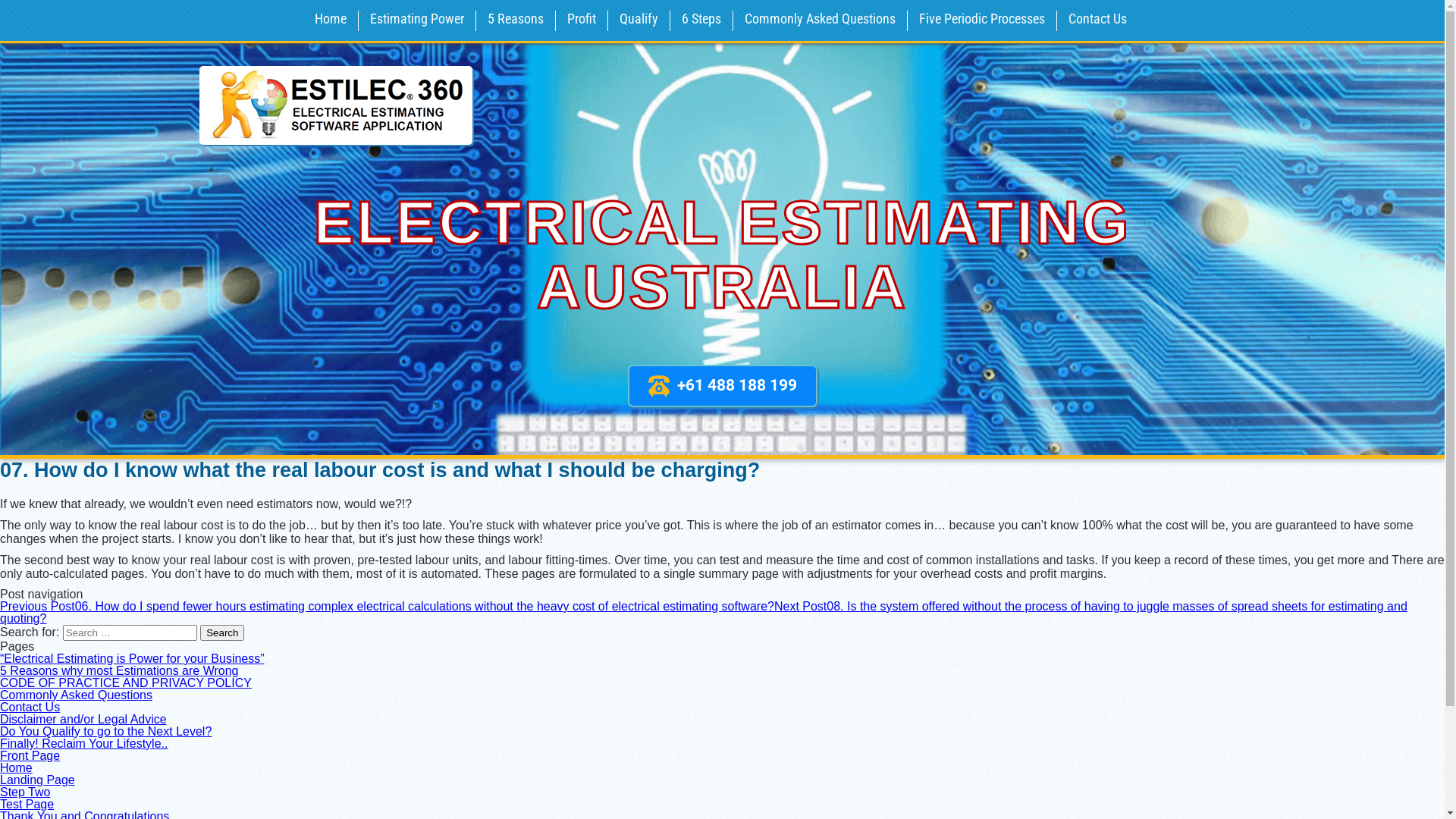  Describe the element at coordinates (105, 730) in the screenshot. I see `'Do You Qualify to go to the Next Level?'` at that location.